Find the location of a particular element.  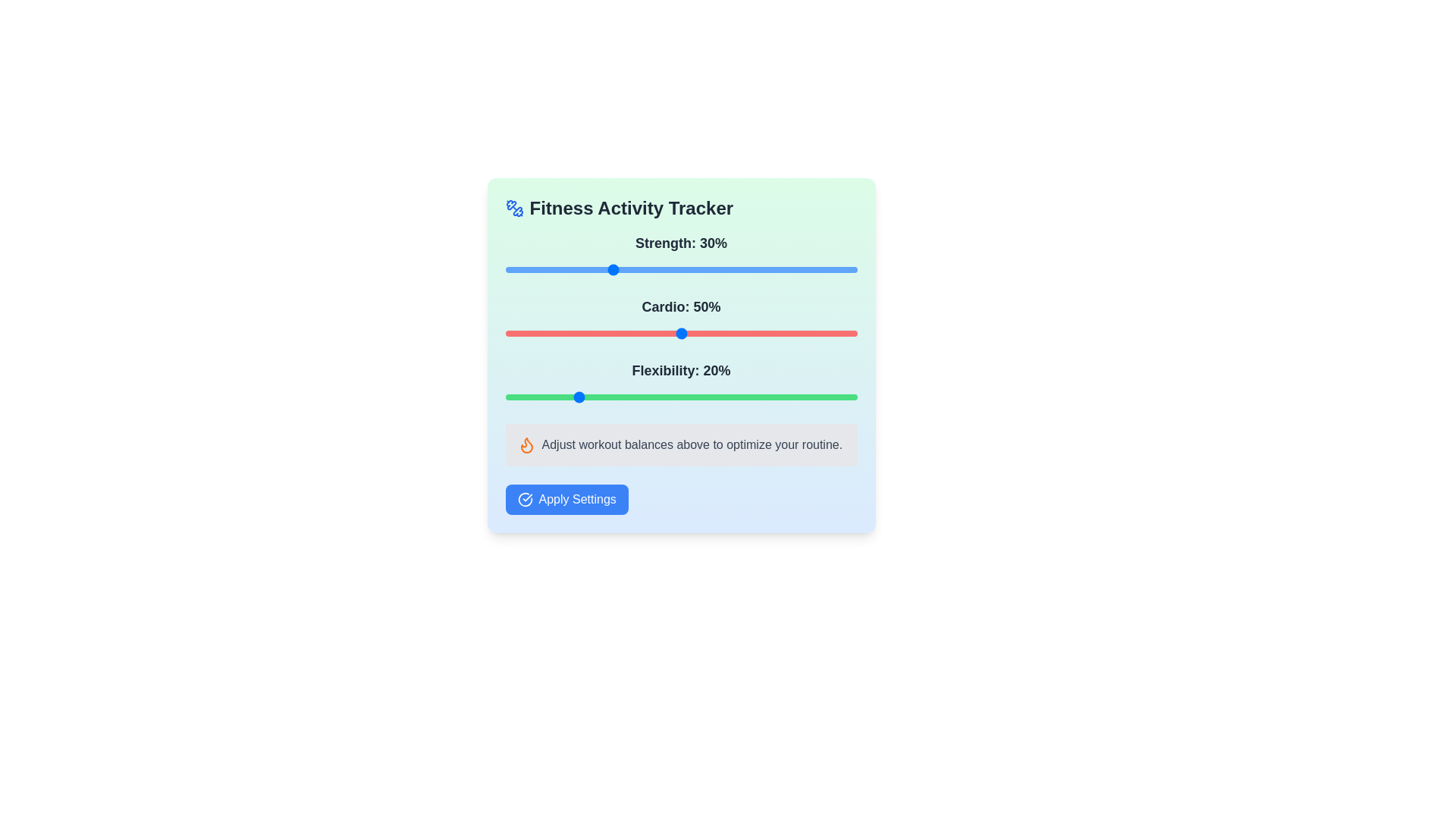

the text label indicating the current strength percentage value in the fitness tracker interface, located at the top of the 'Strength' tracking section is located at coordinates (680, 242).